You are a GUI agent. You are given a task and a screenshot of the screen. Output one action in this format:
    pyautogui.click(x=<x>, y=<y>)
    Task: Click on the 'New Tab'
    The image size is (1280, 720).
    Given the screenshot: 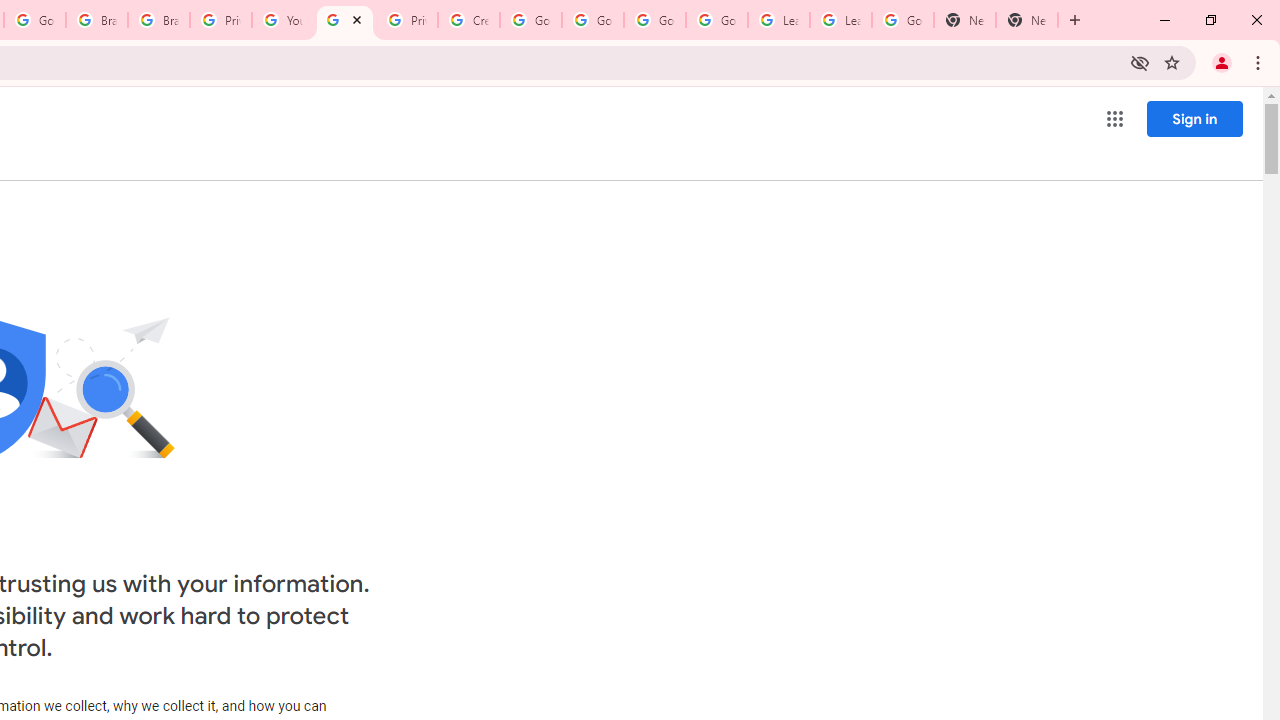 What is the action you would take?
    pyautogui.click(x=965, y=20)
    